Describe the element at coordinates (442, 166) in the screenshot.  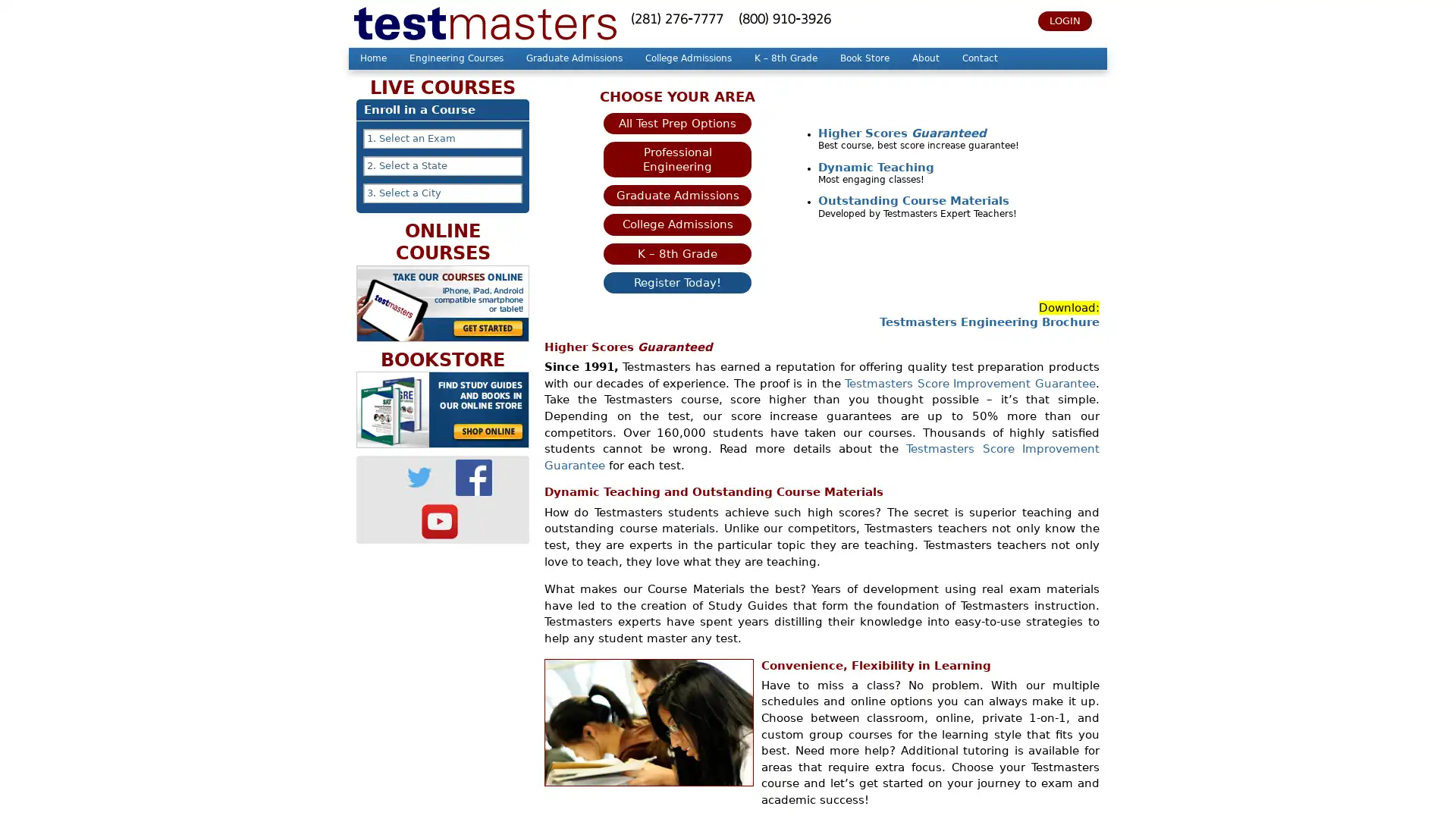
I see `2. Select a State` at that location.